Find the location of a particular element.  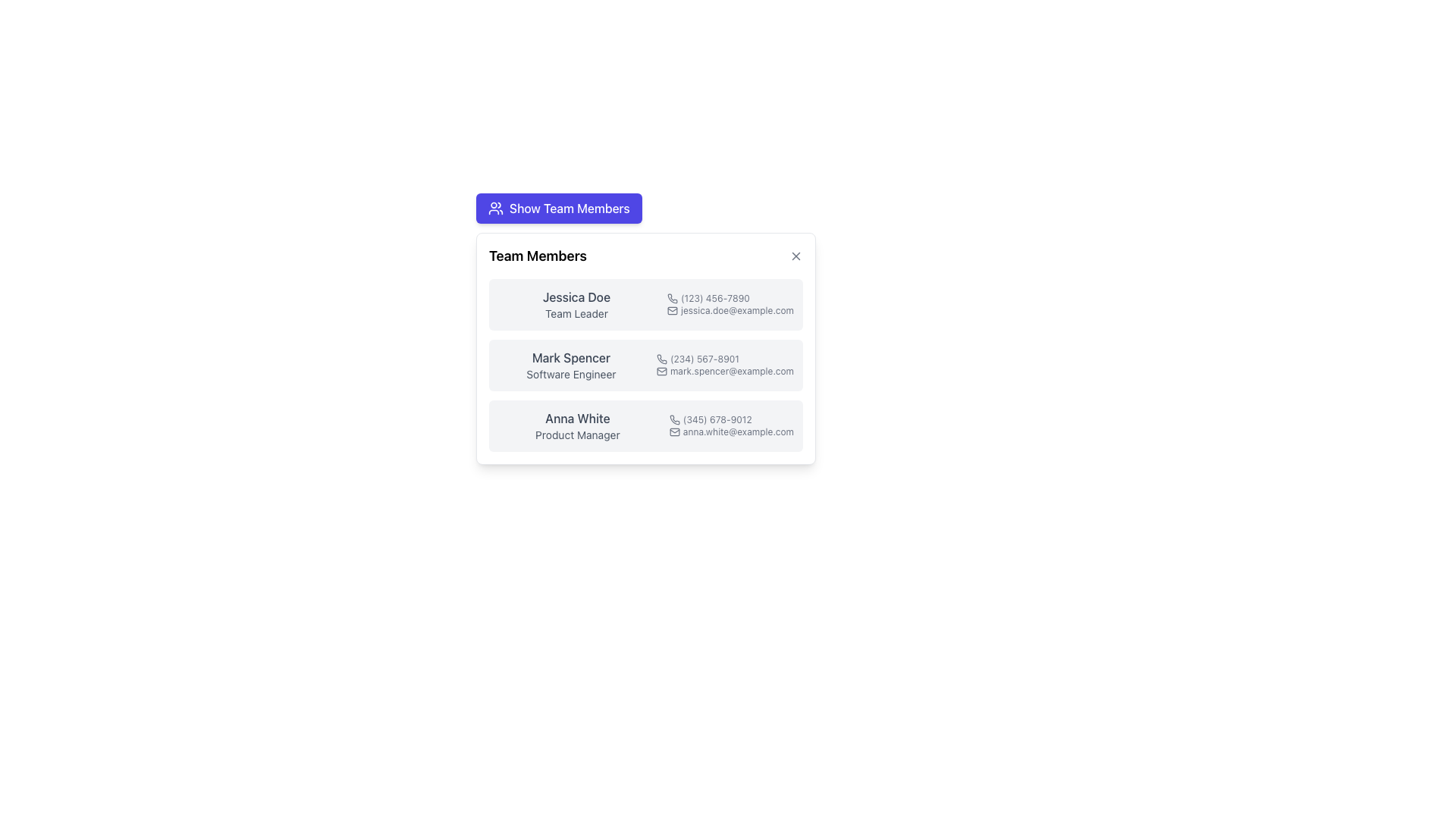

the email icon located near the text 'jessica.doe@example.com' in the 'Jessica Doe' section of the 'Team Members' card is located at coordinates (672, 309).